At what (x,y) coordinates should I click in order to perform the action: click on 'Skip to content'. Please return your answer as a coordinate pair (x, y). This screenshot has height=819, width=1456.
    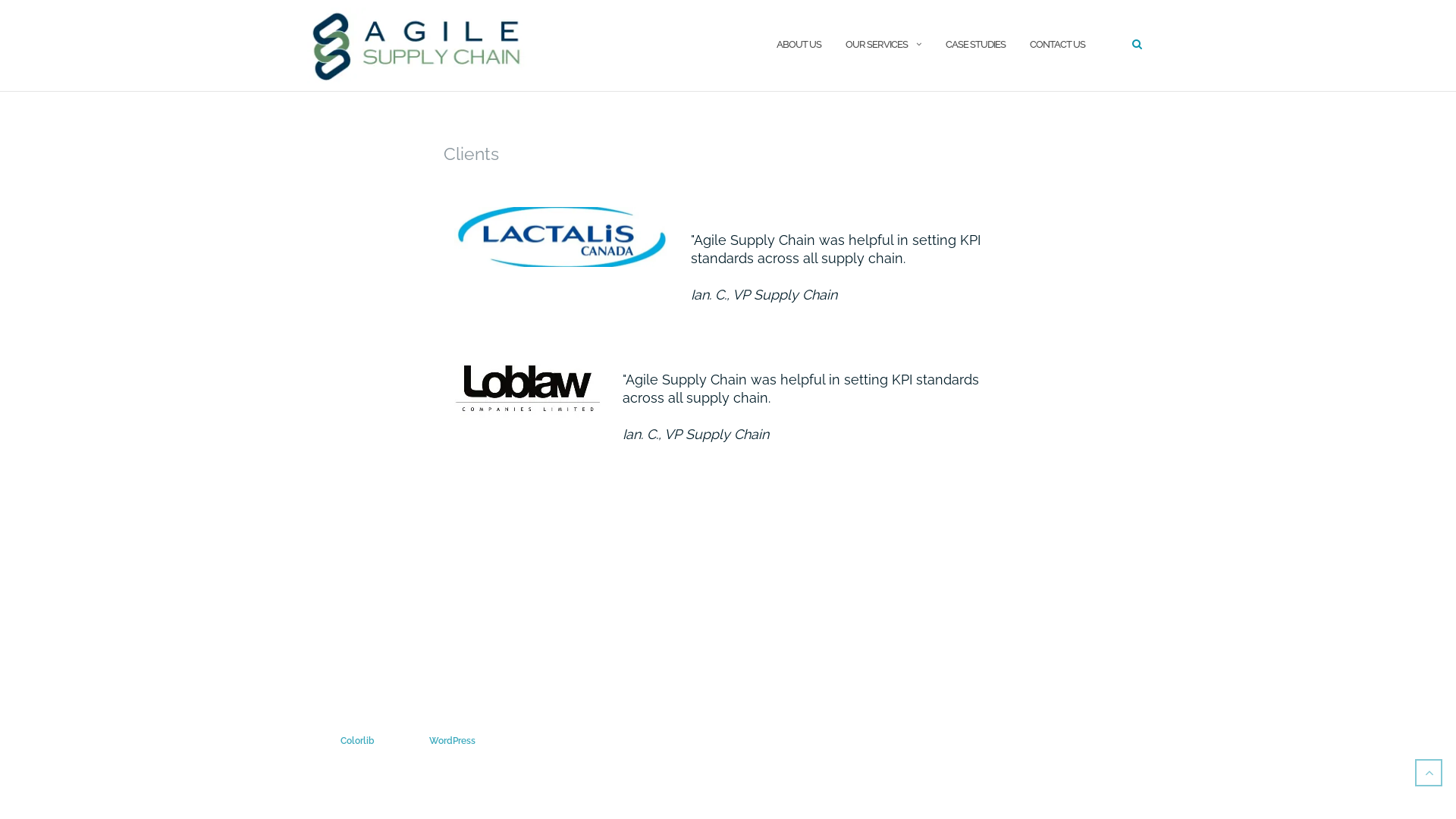
    Looking at the image, I should click on (0, 0).